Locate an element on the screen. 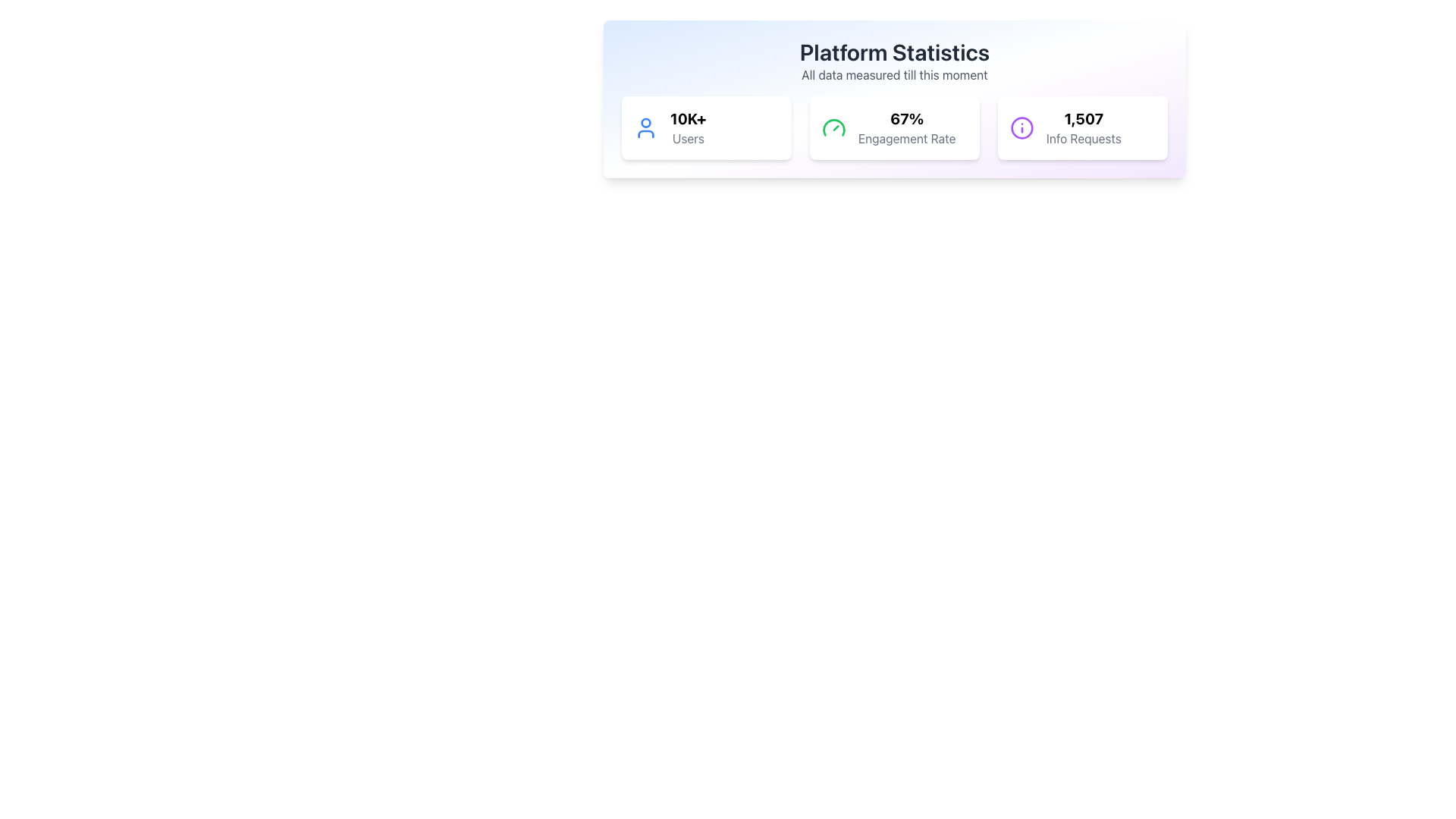 This screenshot has width=1456, height=819. information displayed in the 'Info Requests' Text Block located in the third card under the 'Platform Statistics' section is located at coordinates (1083, 127).